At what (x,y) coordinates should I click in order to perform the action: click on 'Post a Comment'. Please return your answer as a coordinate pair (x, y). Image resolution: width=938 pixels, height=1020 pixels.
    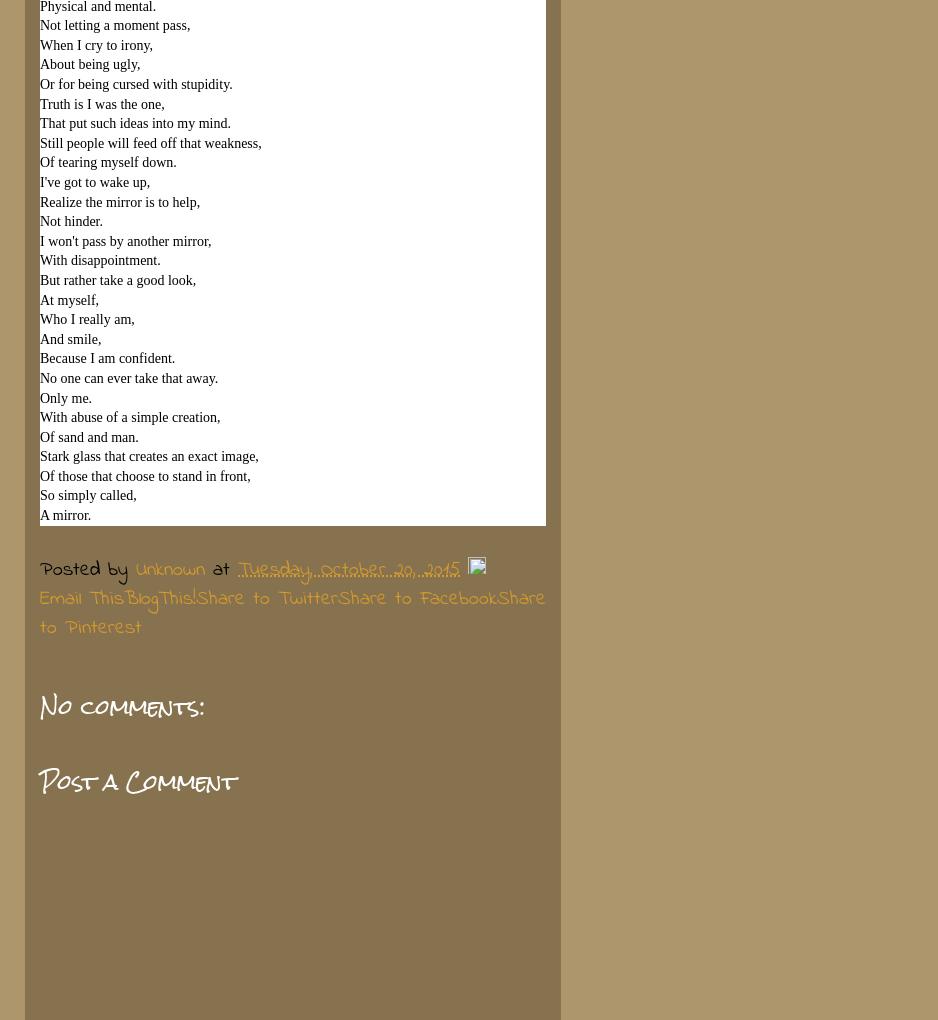
    Looking at the image, I should click on (137, 781).